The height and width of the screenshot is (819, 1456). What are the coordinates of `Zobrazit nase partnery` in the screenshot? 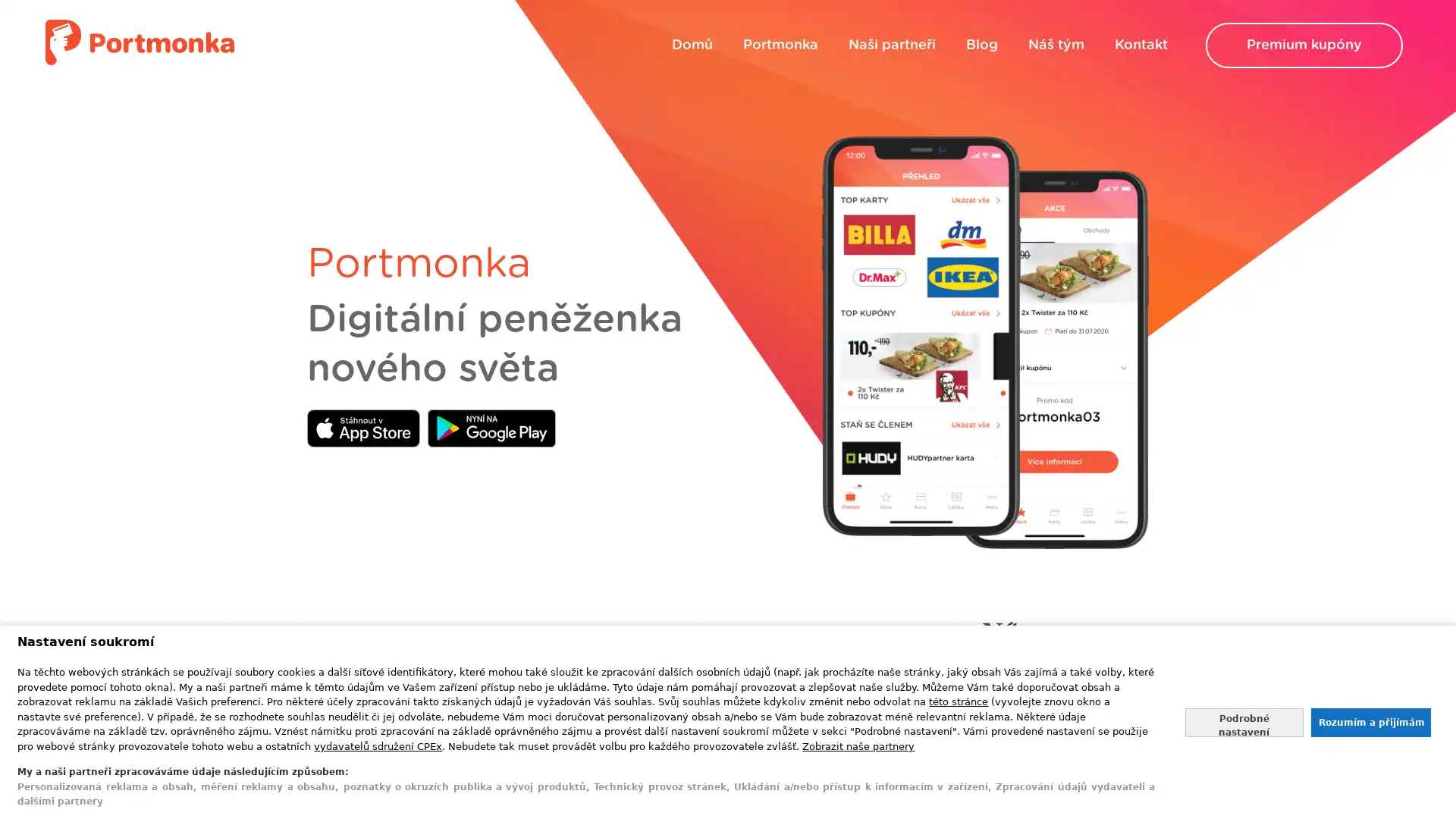 It's located at (858, 745).